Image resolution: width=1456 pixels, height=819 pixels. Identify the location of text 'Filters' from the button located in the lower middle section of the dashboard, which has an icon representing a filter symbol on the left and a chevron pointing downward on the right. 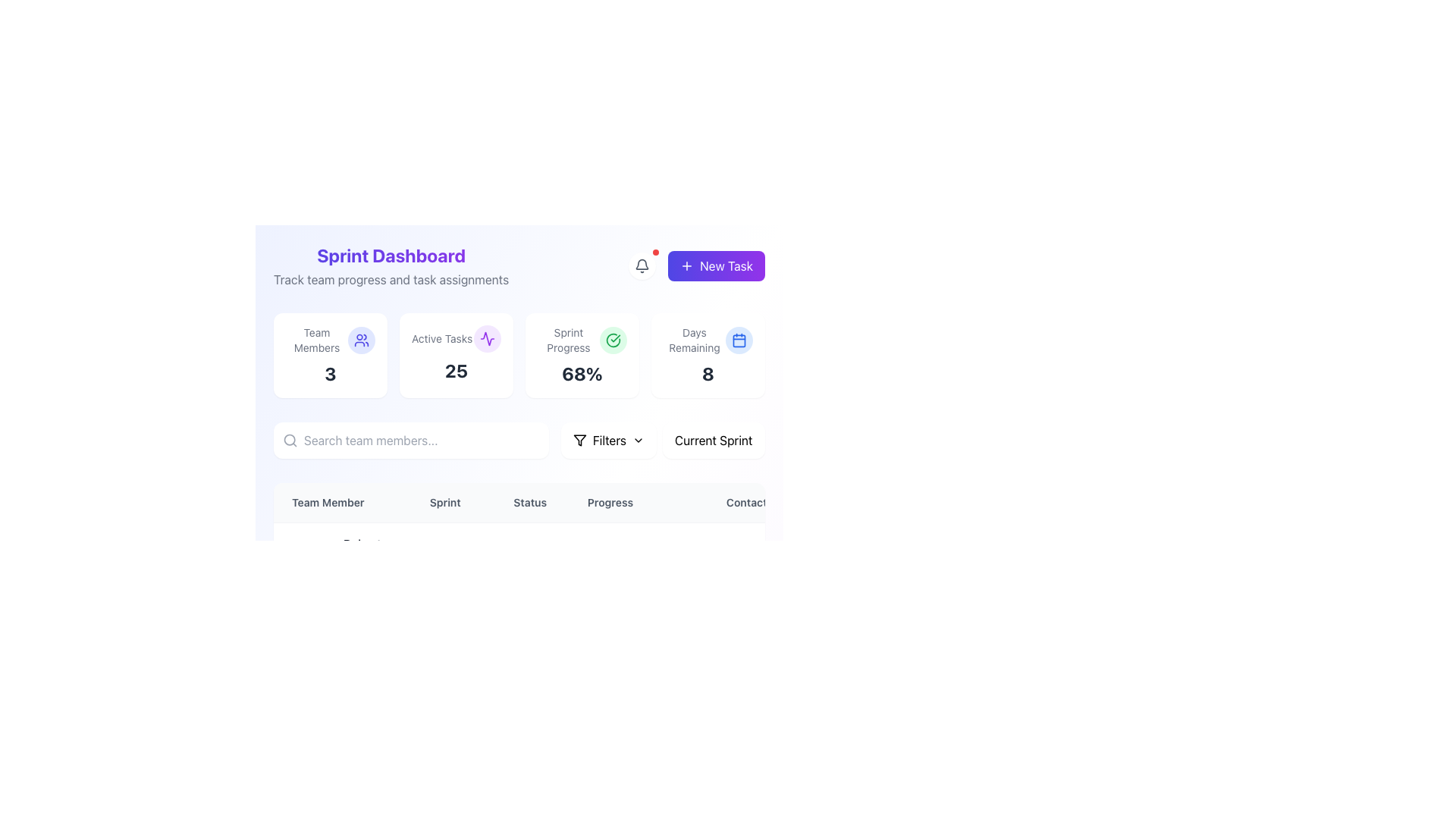
(609, 441).